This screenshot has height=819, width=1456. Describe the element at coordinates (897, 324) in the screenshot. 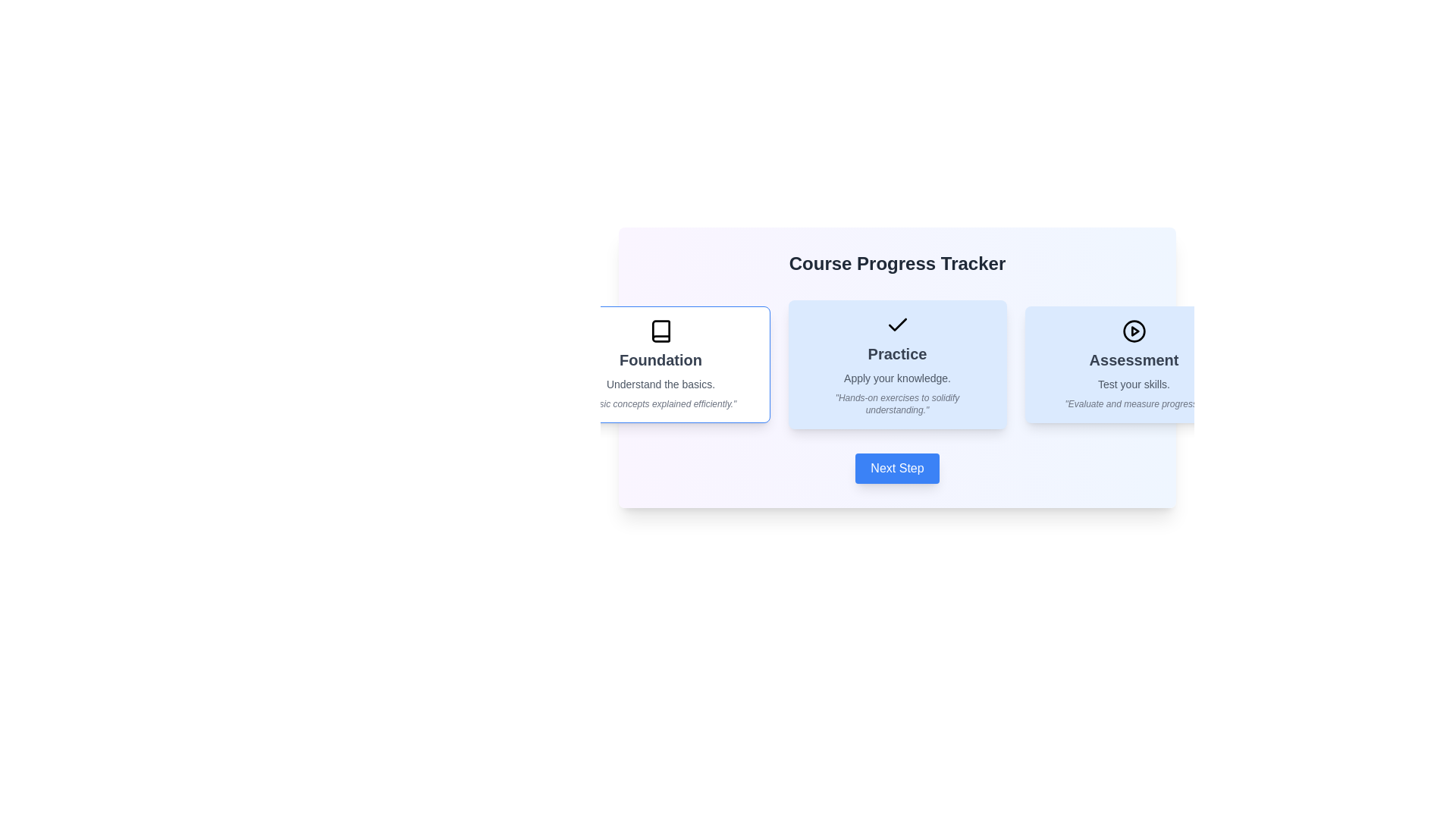

I see `the checkmark icon located at the top center of the second card labeled 'Practice', which indicates a completed or verified action` at that location.